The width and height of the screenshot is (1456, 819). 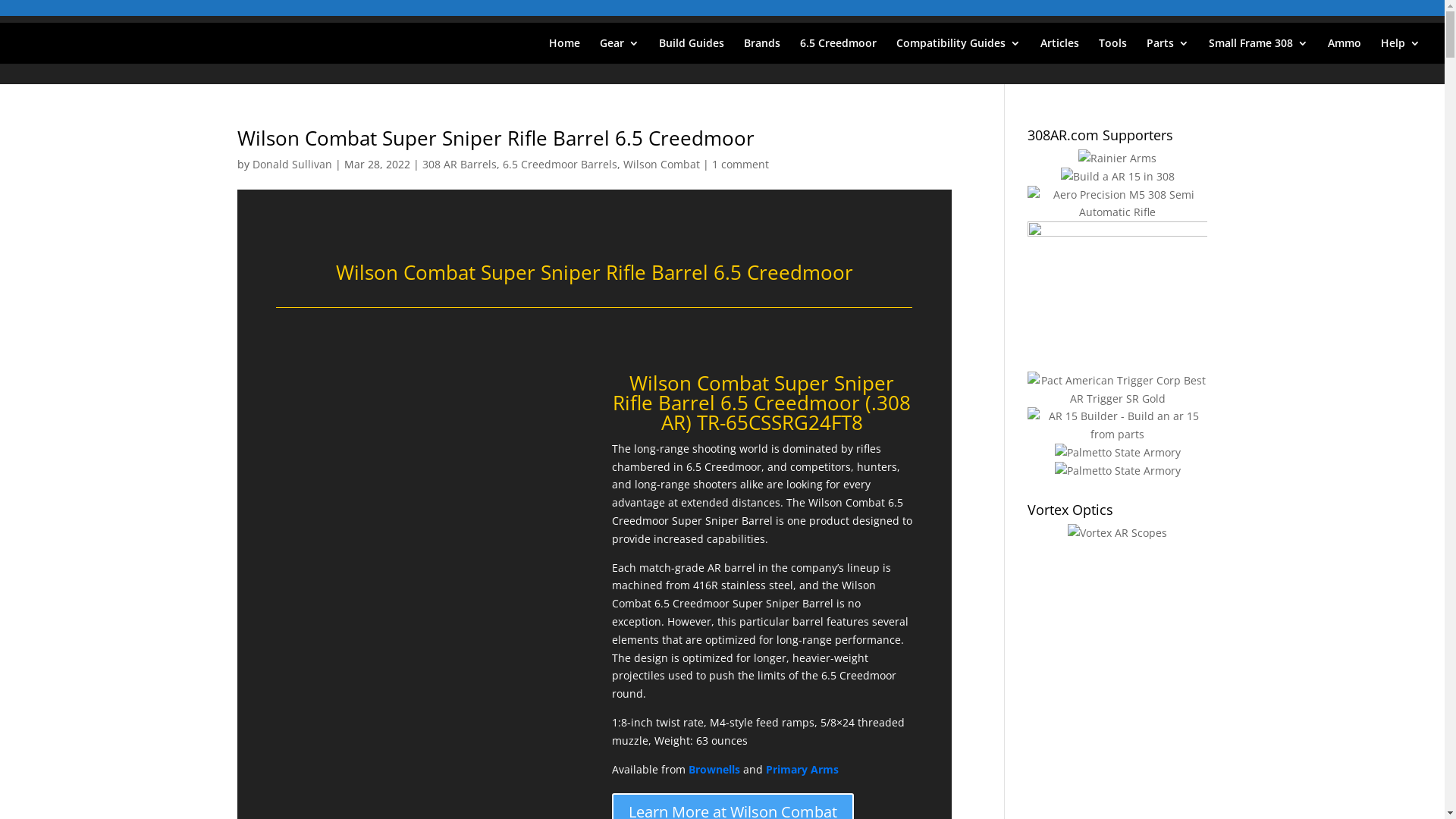 What do you see at coordinates (1066, 532) in the screenshot?
I see `'Vortex AR Scopes'` at bounding box center [1066, 532].